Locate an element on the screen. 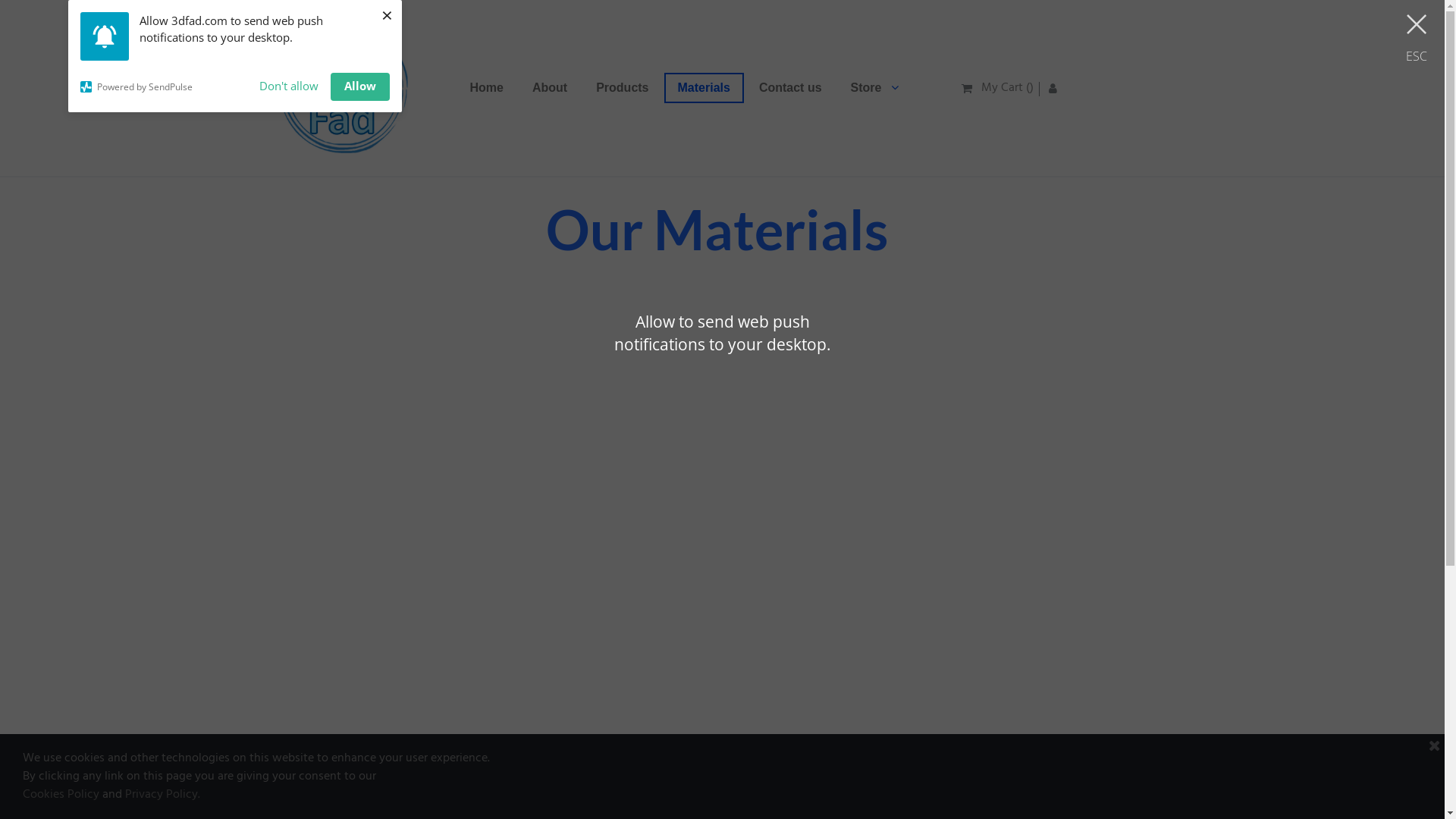  'Don't allow' is located at coordinates (288, 86).